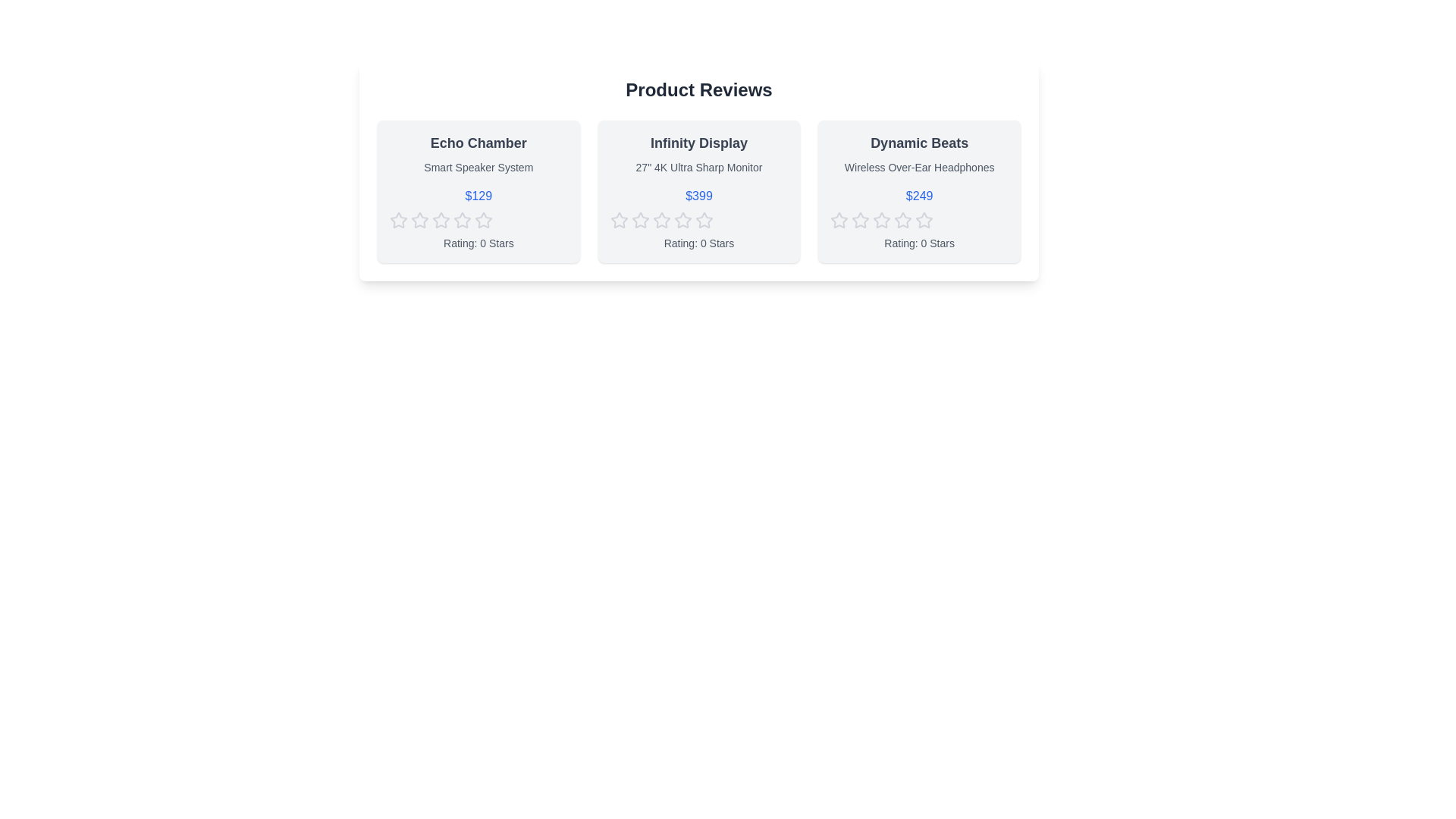 Image resolution: width=1456 pixels, height=819 pixels. What do you see at coordinates (918, 242) in the screenshot?
I see `the text label displaying 'Rating: 0 Stars' located beneath the star icons and price tag of '$249' for the 'Dynamic Beats Wireless Over-Ear Headphones'` at bounding box center [918, 242].